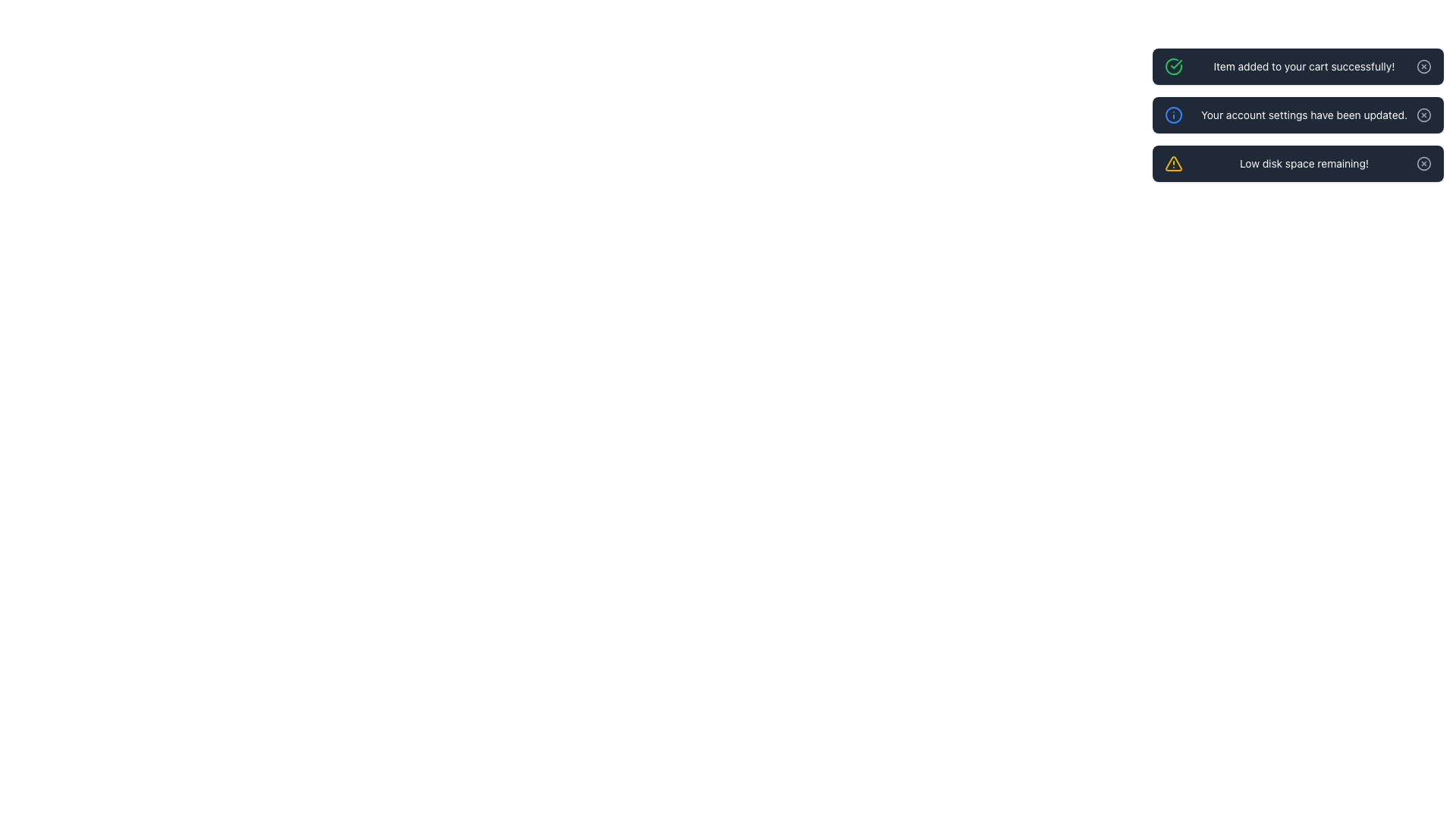  What do you see at coordinates (1423, 164) in the screenshot?
I see `the small circular button with an 'X' in the center, styled with a gray outline, located at the far right of the dark notification box labeled 'Low disk space remaining!'` at bounding box center [1423, 164].